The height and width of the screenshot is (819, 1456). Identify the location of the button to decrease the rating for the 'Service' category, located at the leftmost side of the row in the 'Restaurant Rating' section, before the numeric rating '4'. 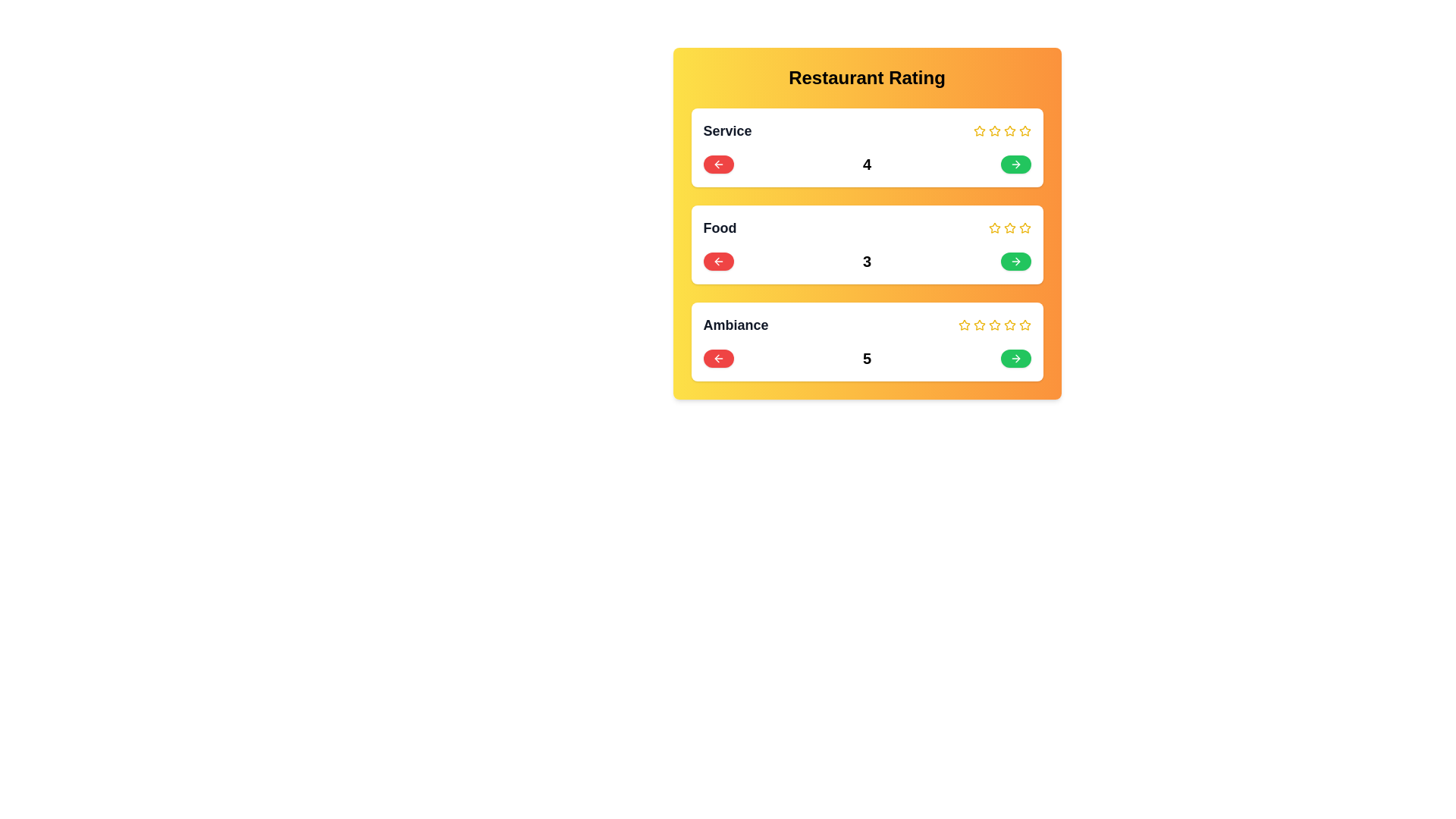
(717, 164).